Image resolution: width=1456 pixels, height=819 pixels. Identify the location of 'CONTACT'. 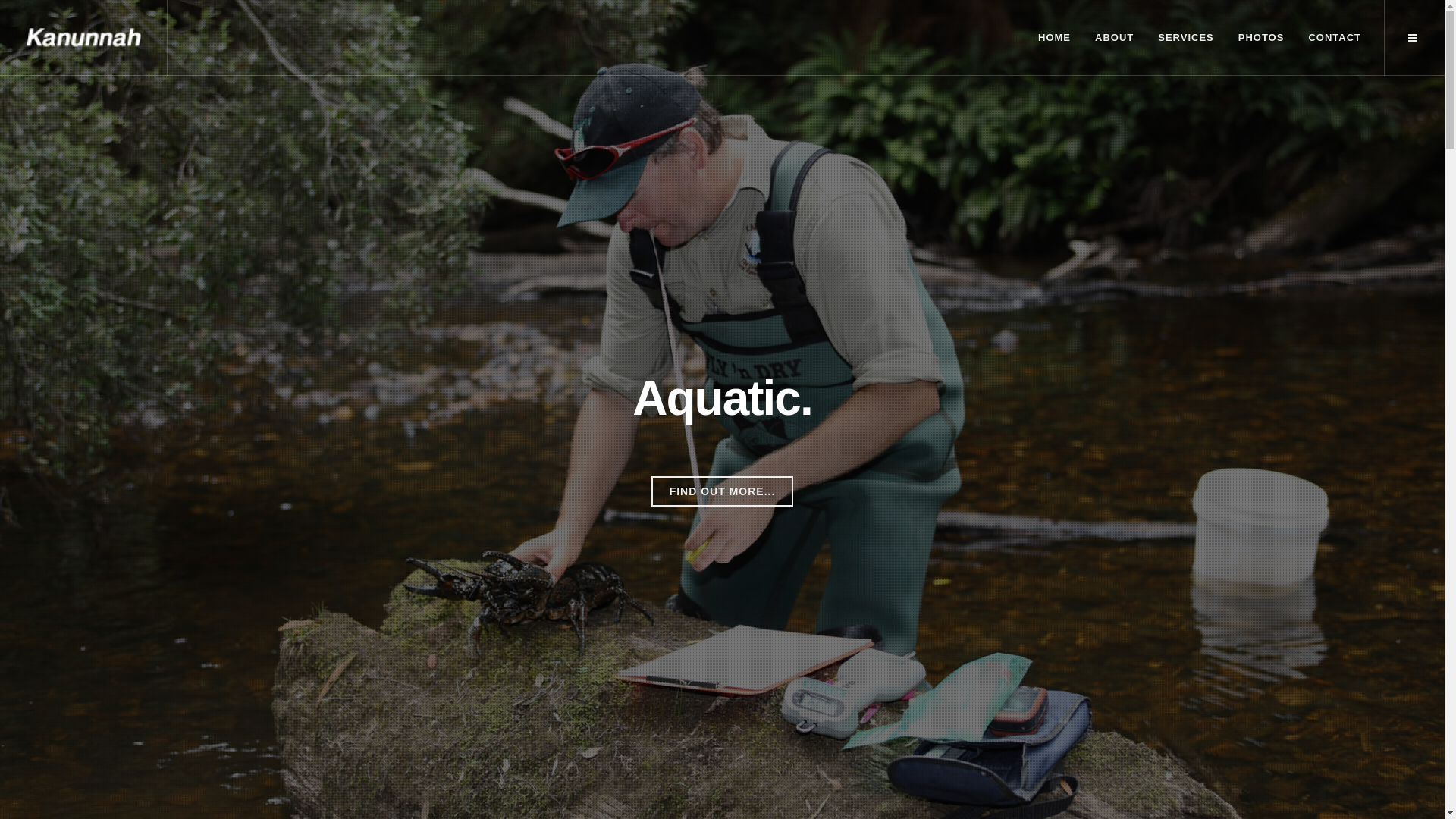
(1295, 37).